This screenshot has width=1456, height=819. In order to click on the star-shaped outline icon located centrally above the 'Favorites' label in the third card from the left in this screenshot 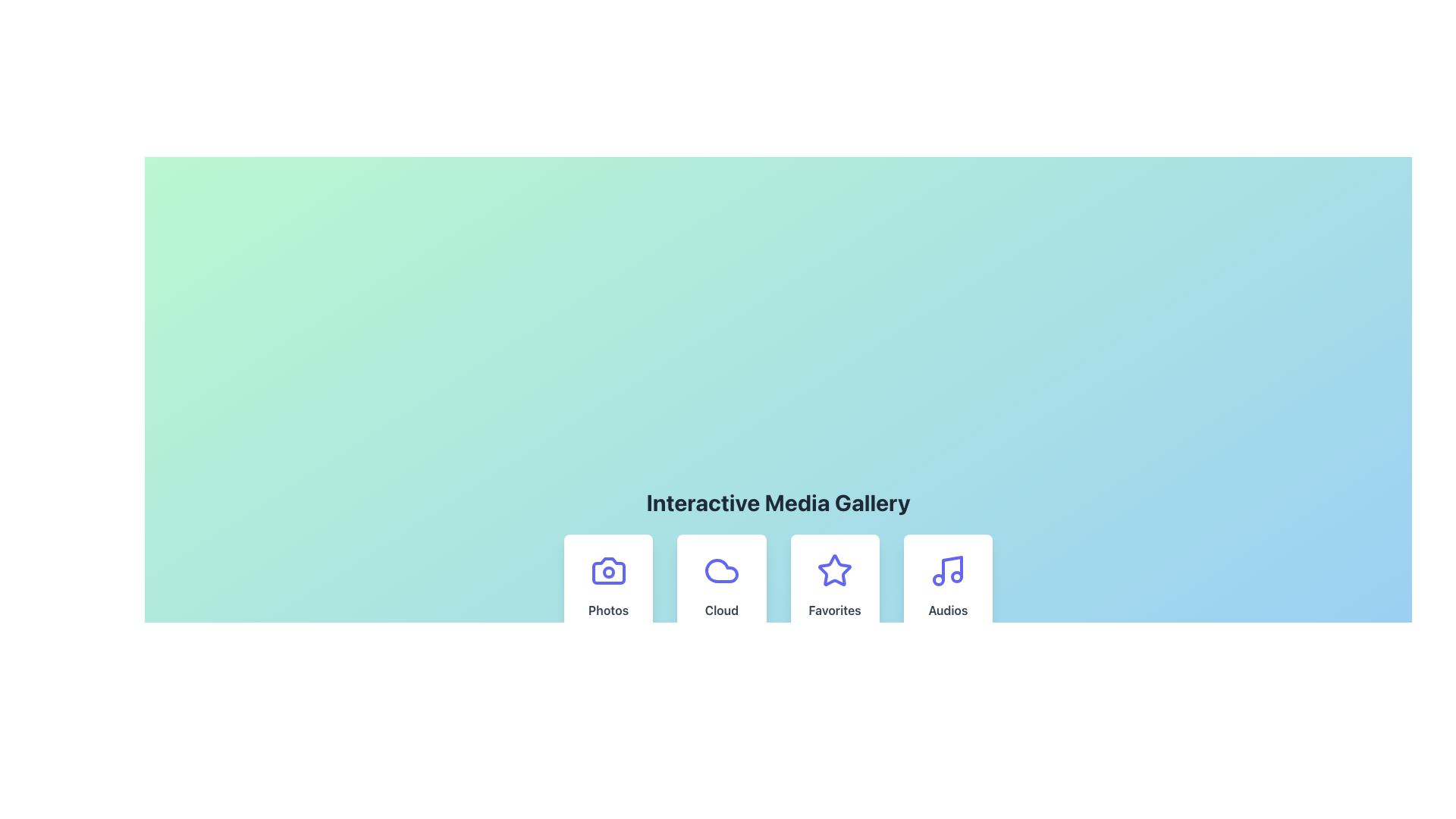, I will do `click(834, 570)`.